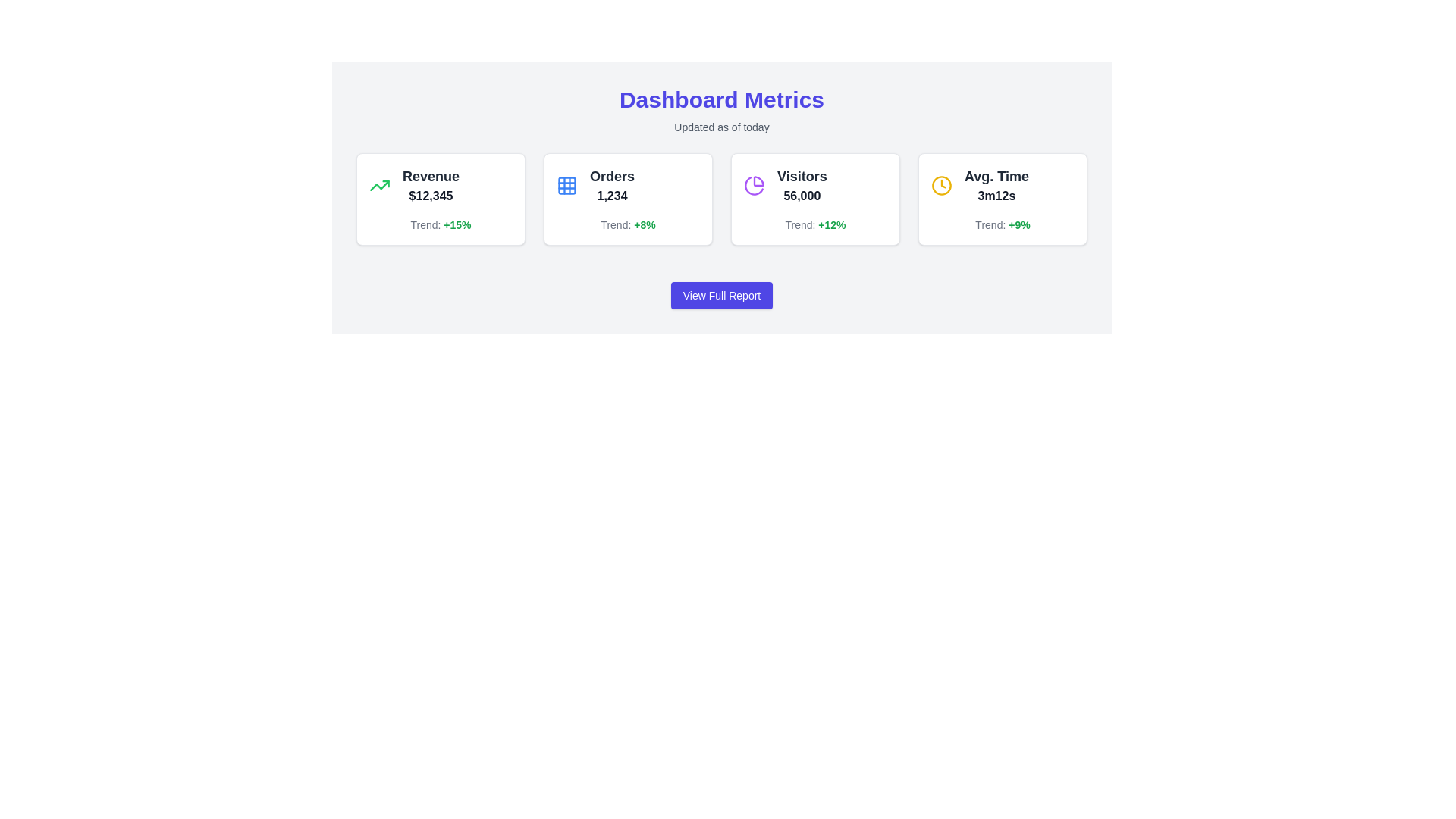  Describe the element at coordinates (566, 185) in the screenshot. I see `the top-left square of the 3x3 grid icon, which is part of the graphical component situated centrally along the top of the interface above the main dashboard content` at that location.